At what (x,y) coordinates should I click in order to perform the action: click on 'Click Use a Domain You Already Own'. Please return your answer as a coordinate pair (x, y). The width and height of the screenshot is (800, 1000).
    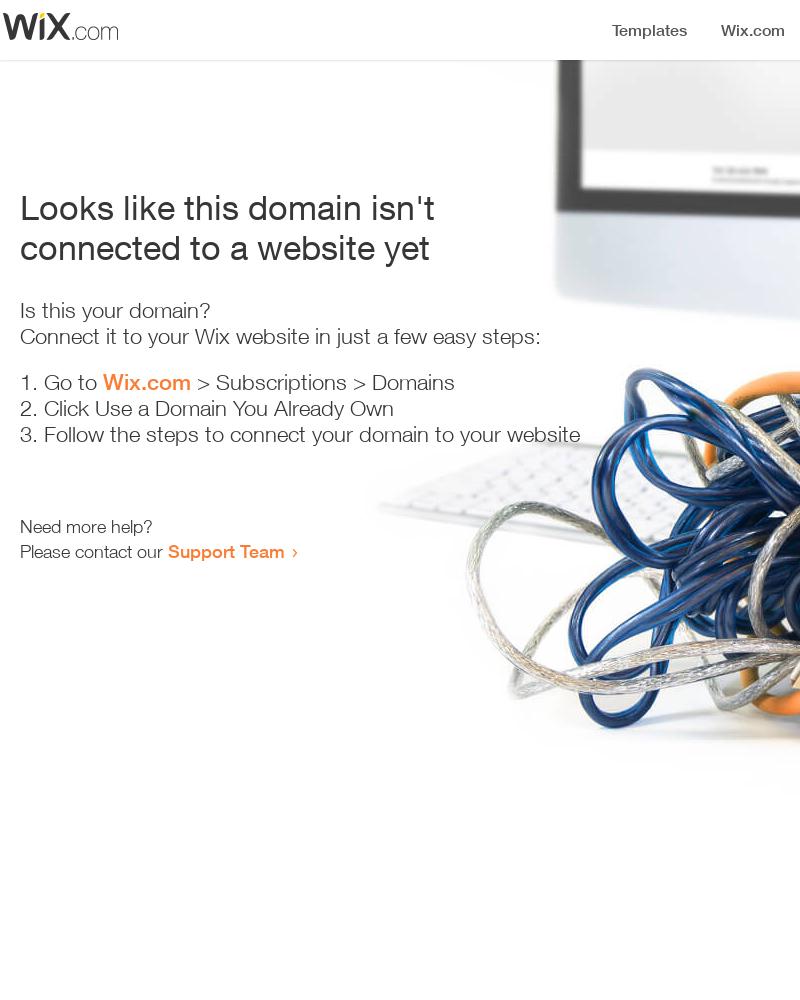
    Looking at the image, I should click on (218, 408).